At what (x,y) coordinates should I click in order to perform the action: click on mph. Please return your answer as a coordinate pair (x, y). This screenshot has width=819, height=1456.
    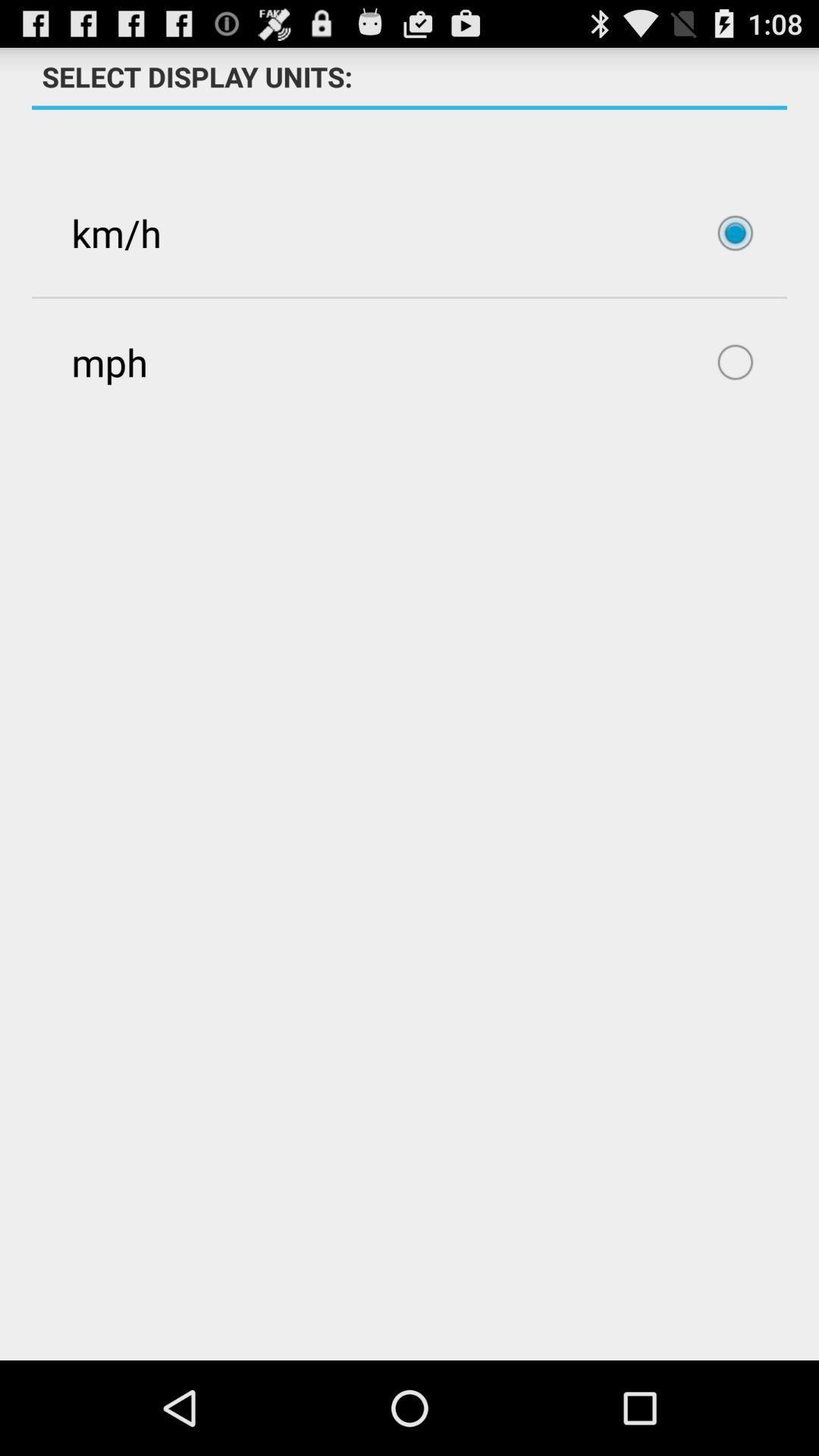
    Looking at the image, I should click on (409, 361).